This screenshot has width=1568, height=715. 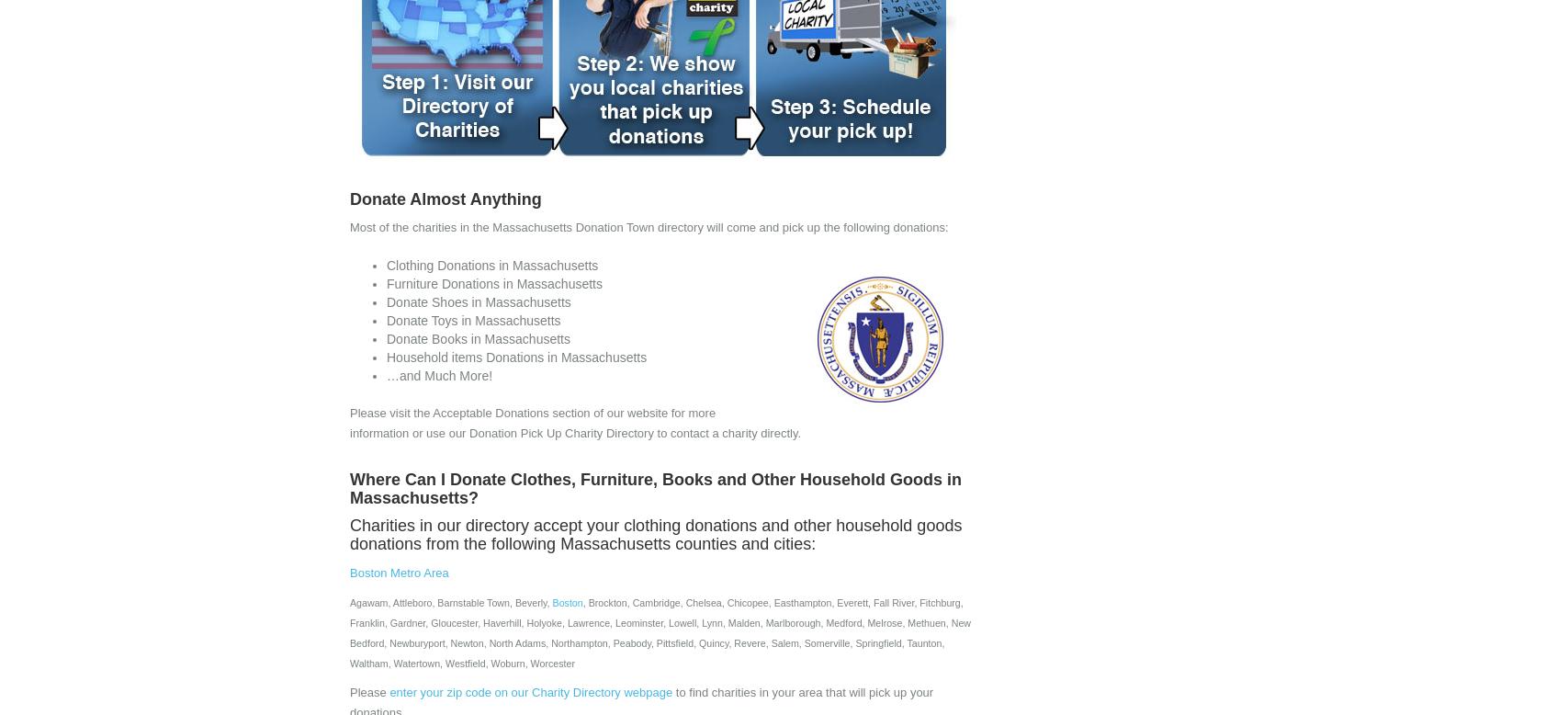 I want to click on 'Donate Almost Anything', so click(x=445, y=197).